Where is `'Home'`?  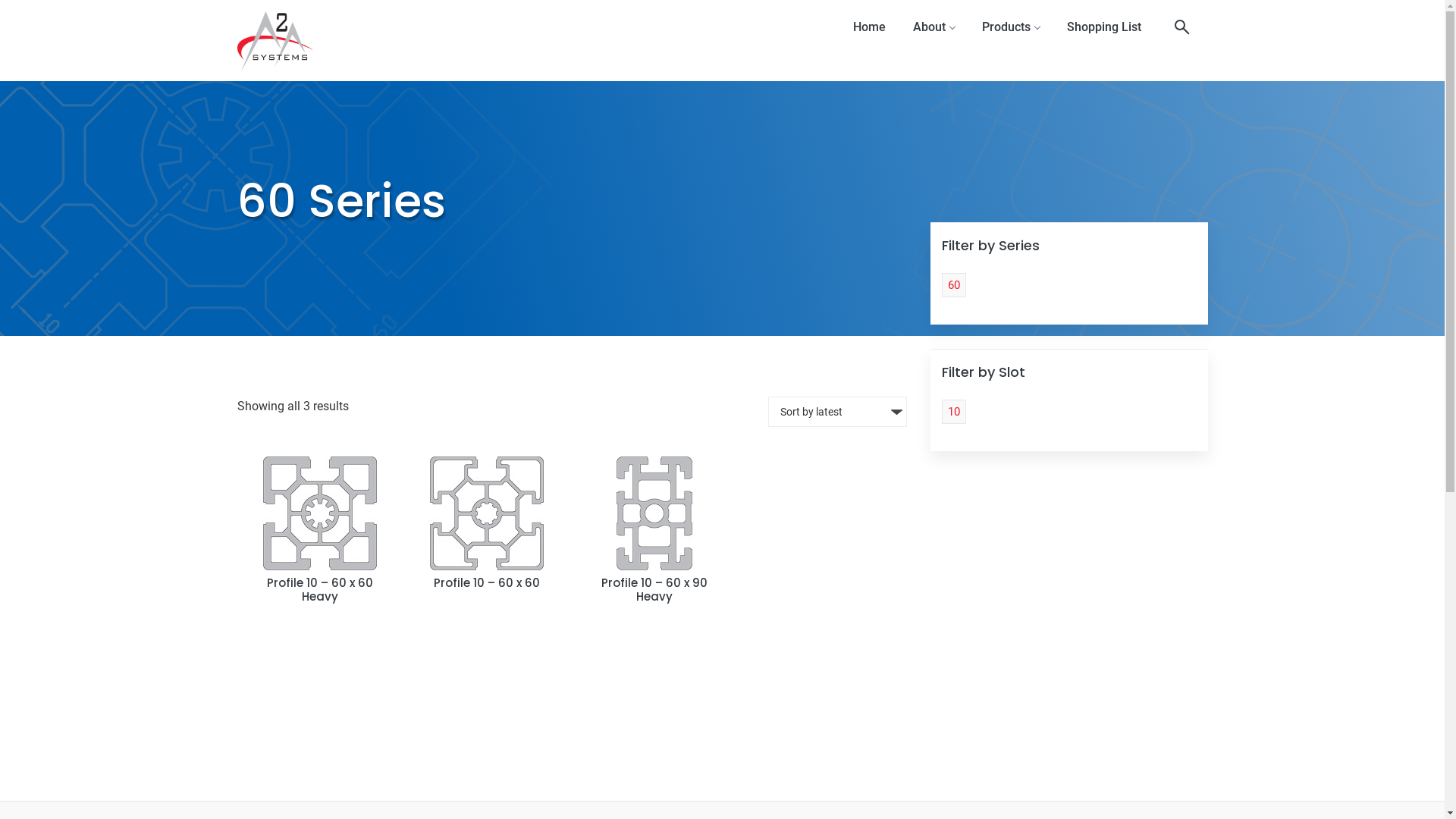 'Home' is located at coordinates (868, 26).